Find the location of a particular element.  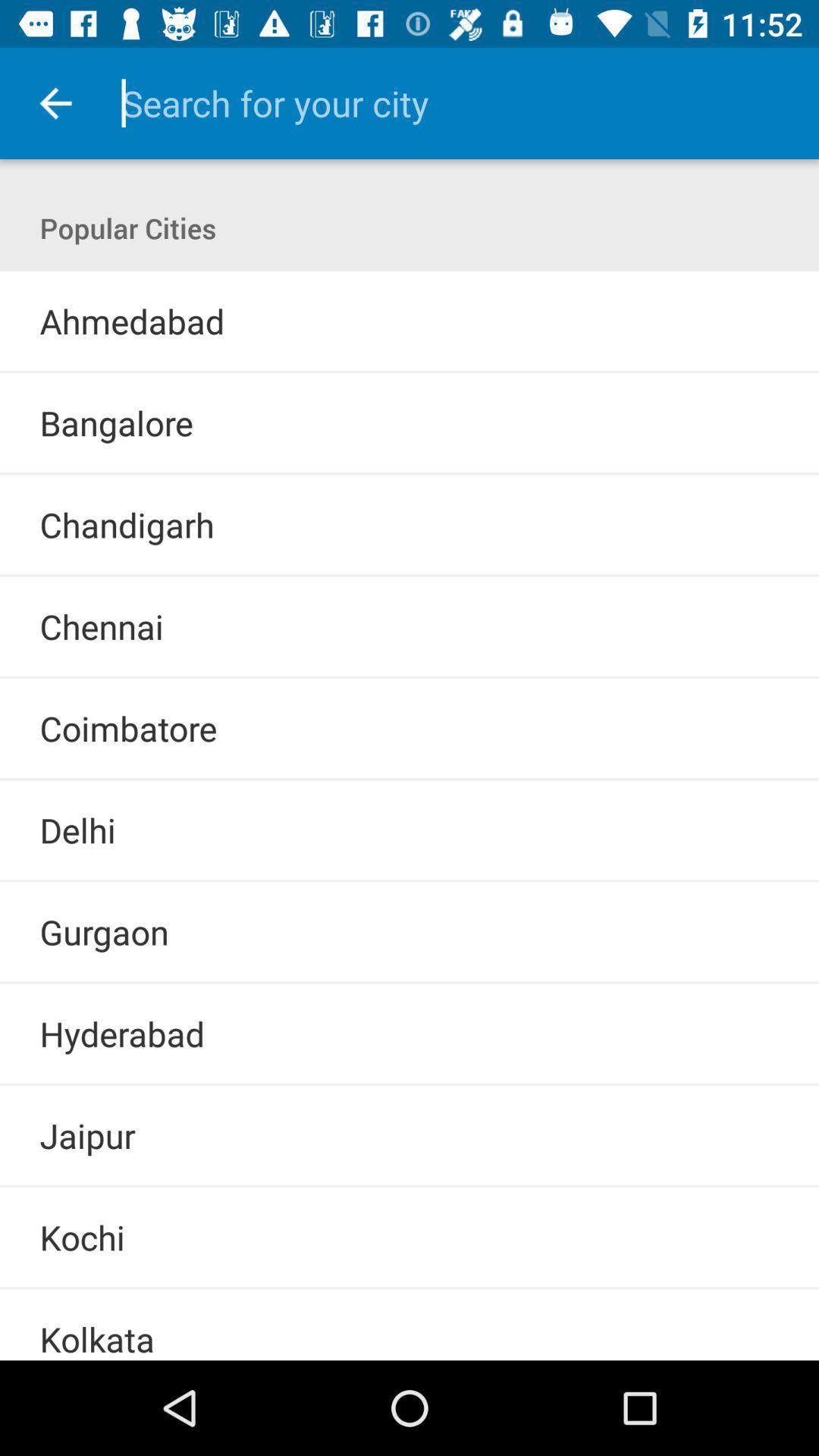

item above the chennai icon is located at coordinates (409, 574).